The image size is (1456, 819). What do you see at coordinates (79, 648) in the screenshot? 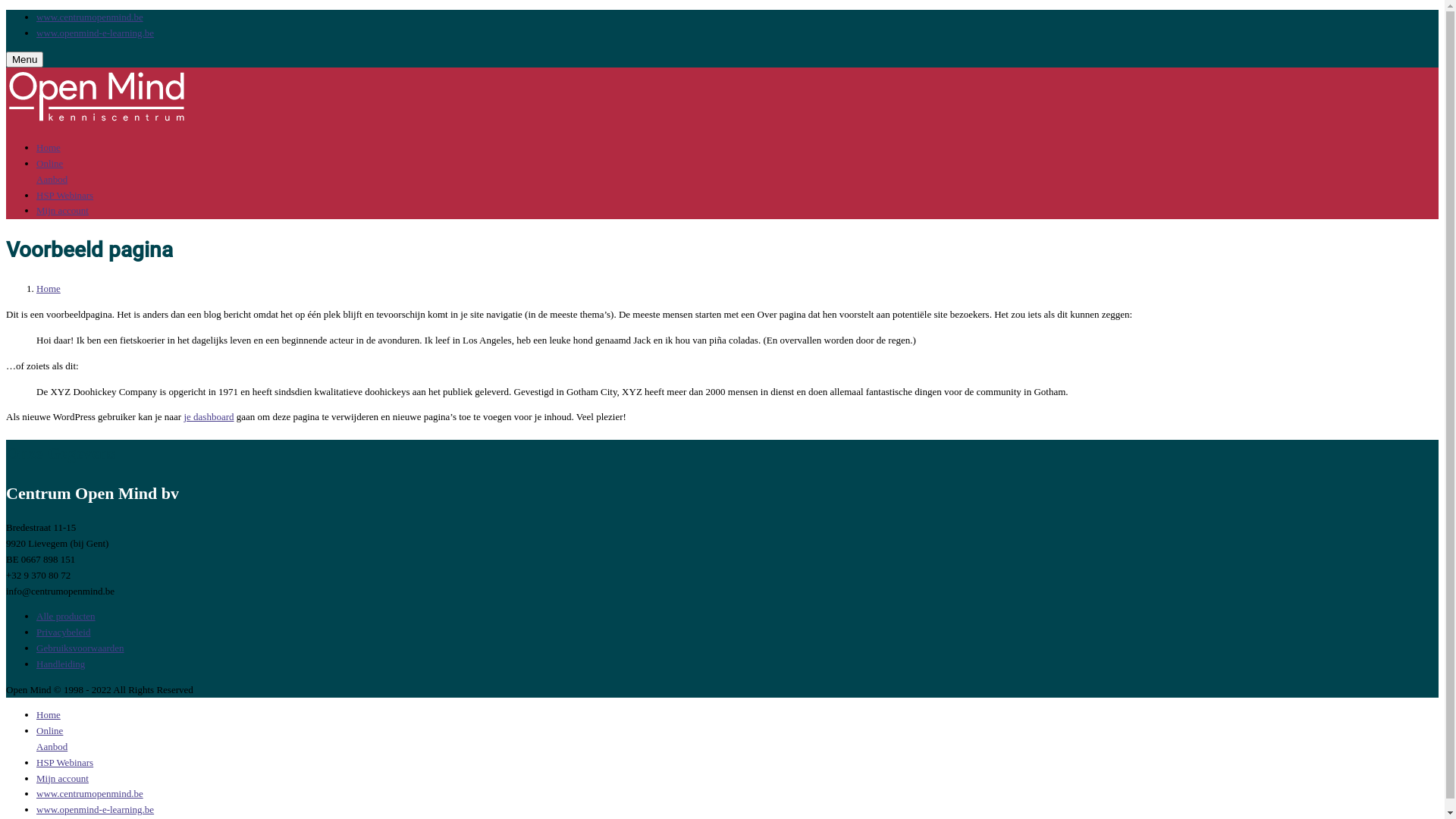
I see `'Gebruiksvoorwaarden'` at bounding box center [79, 648].